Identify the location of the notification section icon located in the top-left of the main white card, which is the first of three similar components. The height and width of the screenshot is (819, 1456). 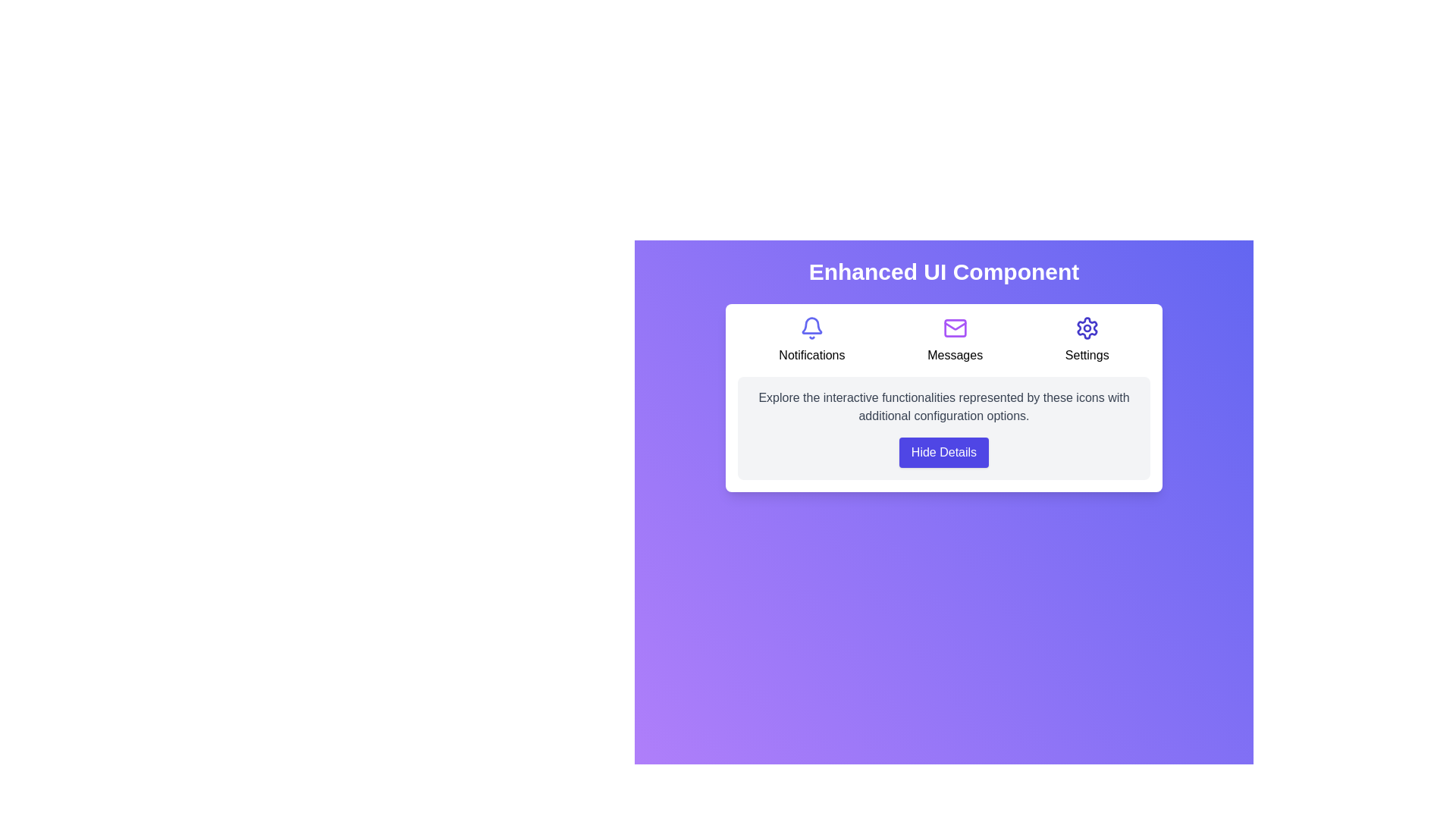
(811, 339).